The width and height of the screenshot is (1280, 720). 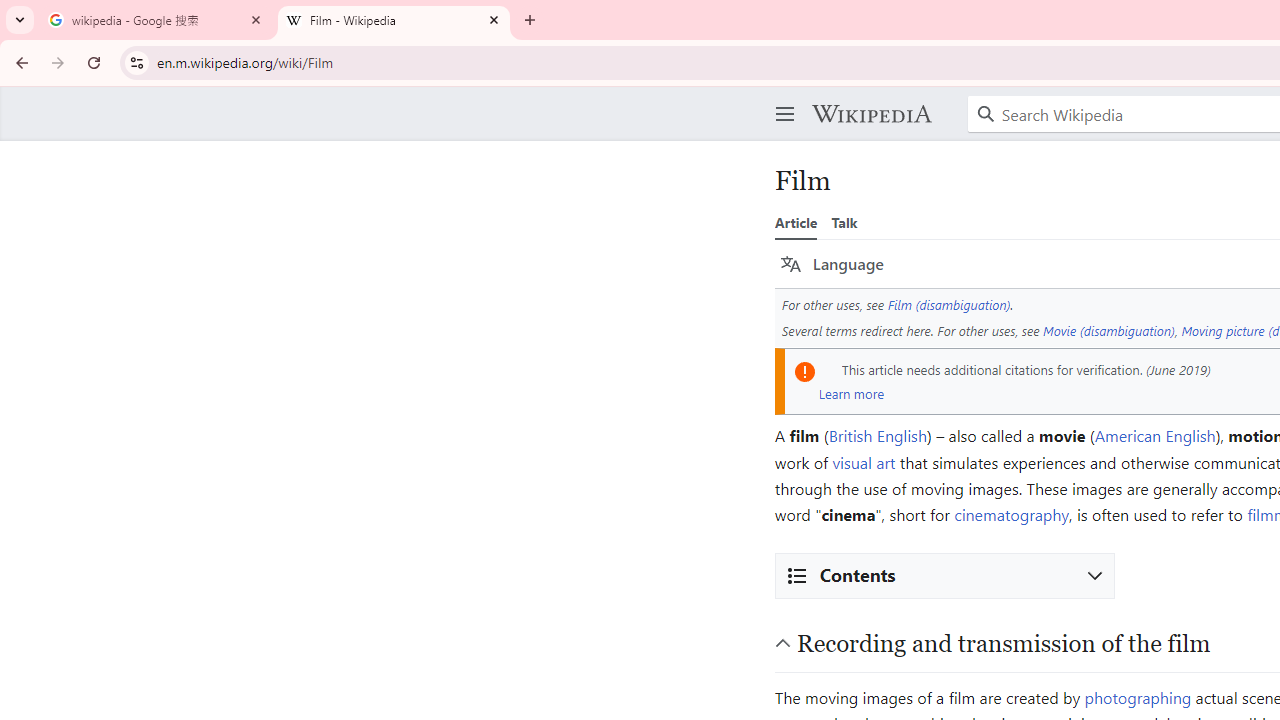 I want to click on 'American English', so click(x=1155, y=434).